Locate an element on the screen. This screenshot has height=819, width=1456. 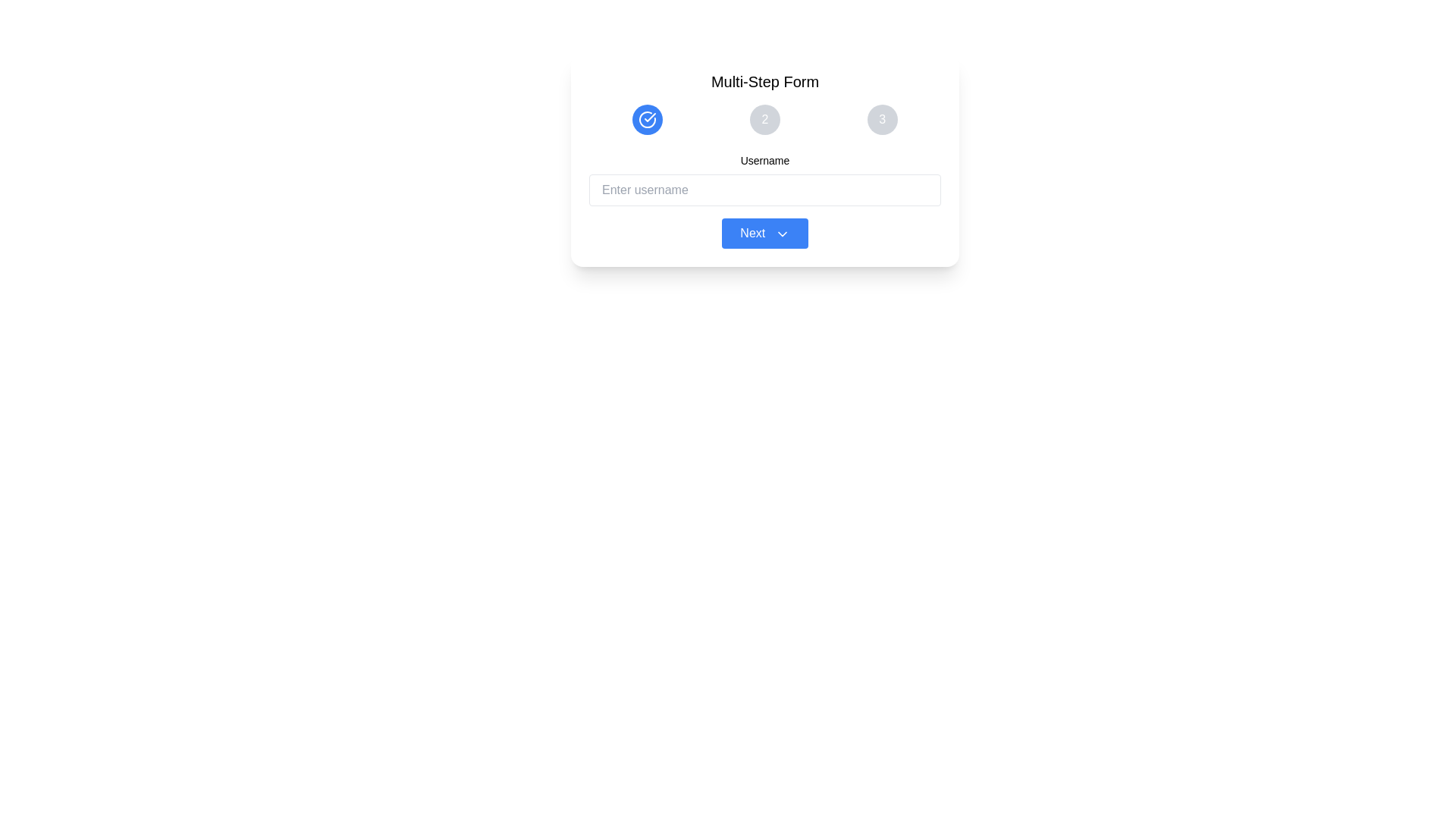
the circular step indicator representing the second step in the multi-step form, located at the top center of the interface is located at coordinates (764, 119).